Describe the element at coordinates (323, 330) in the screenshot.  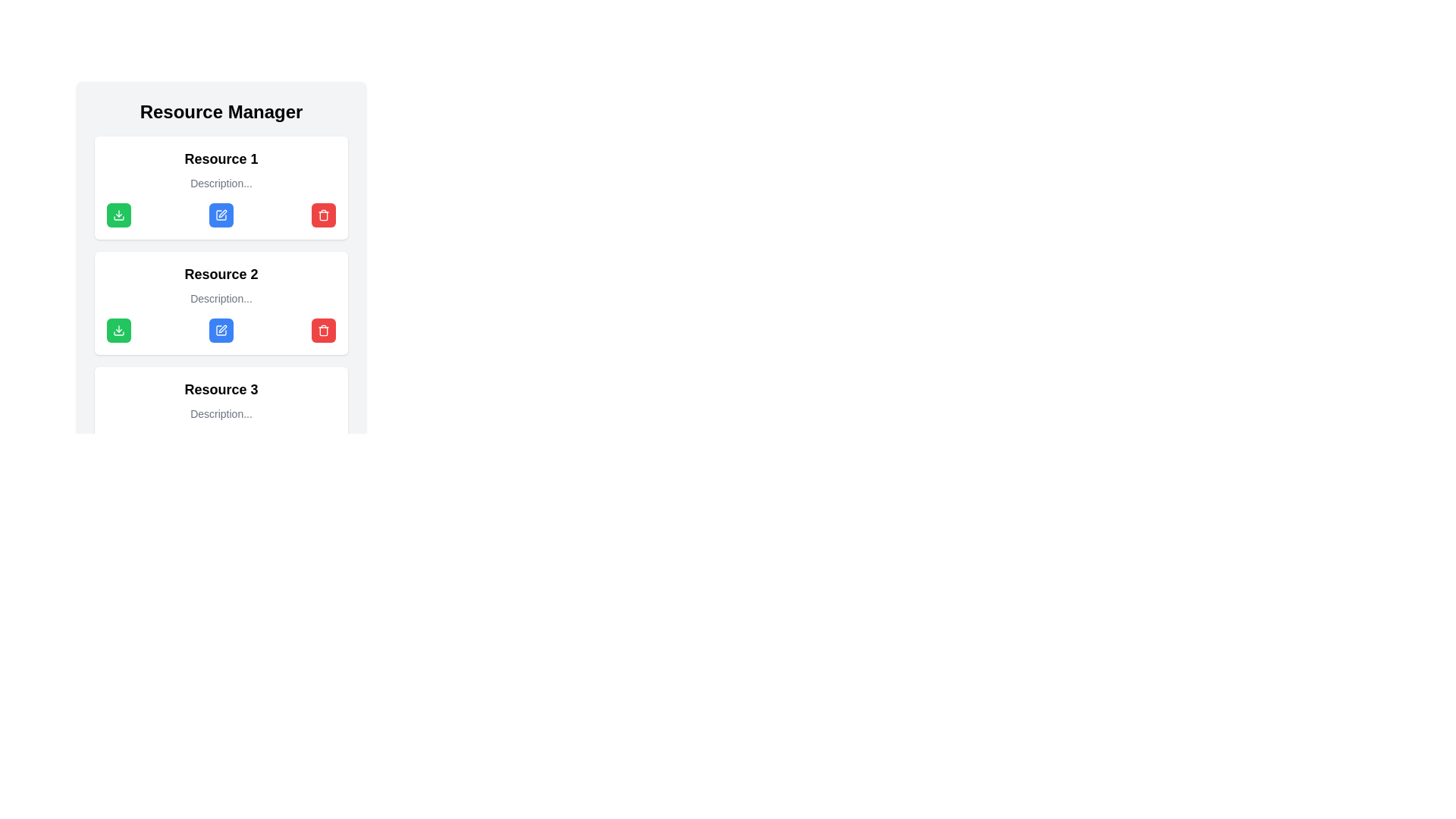
I see `the outline style segment of the trash icon, which represents a delete action, located to the right of the 'Resource 2' label in the Resource Manager interface` at that location.